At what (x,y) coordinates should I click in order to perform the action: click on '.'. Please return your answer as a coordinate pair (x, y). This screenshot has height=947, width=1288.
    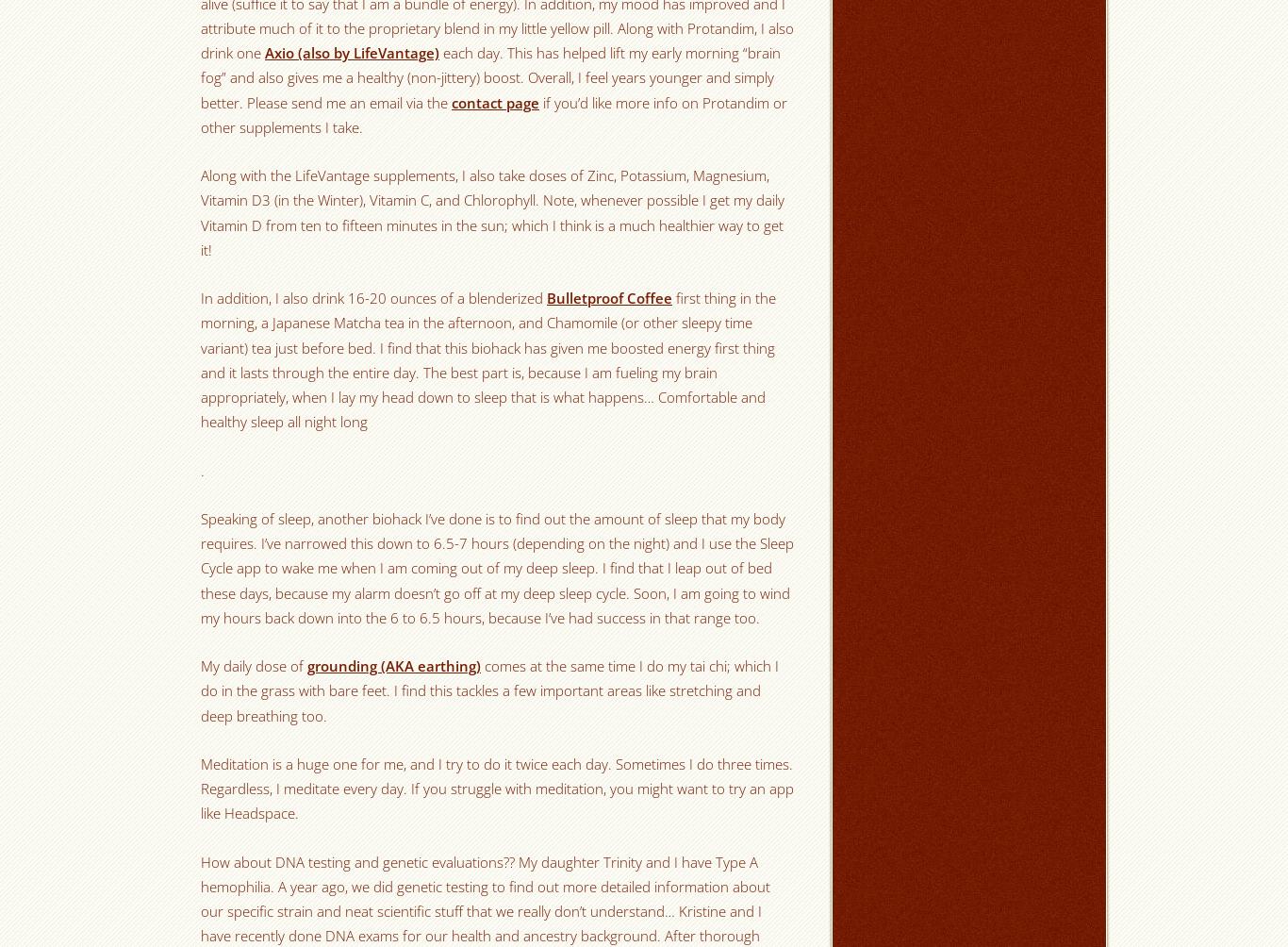
    Looking at the image, I should click on (202, 468).